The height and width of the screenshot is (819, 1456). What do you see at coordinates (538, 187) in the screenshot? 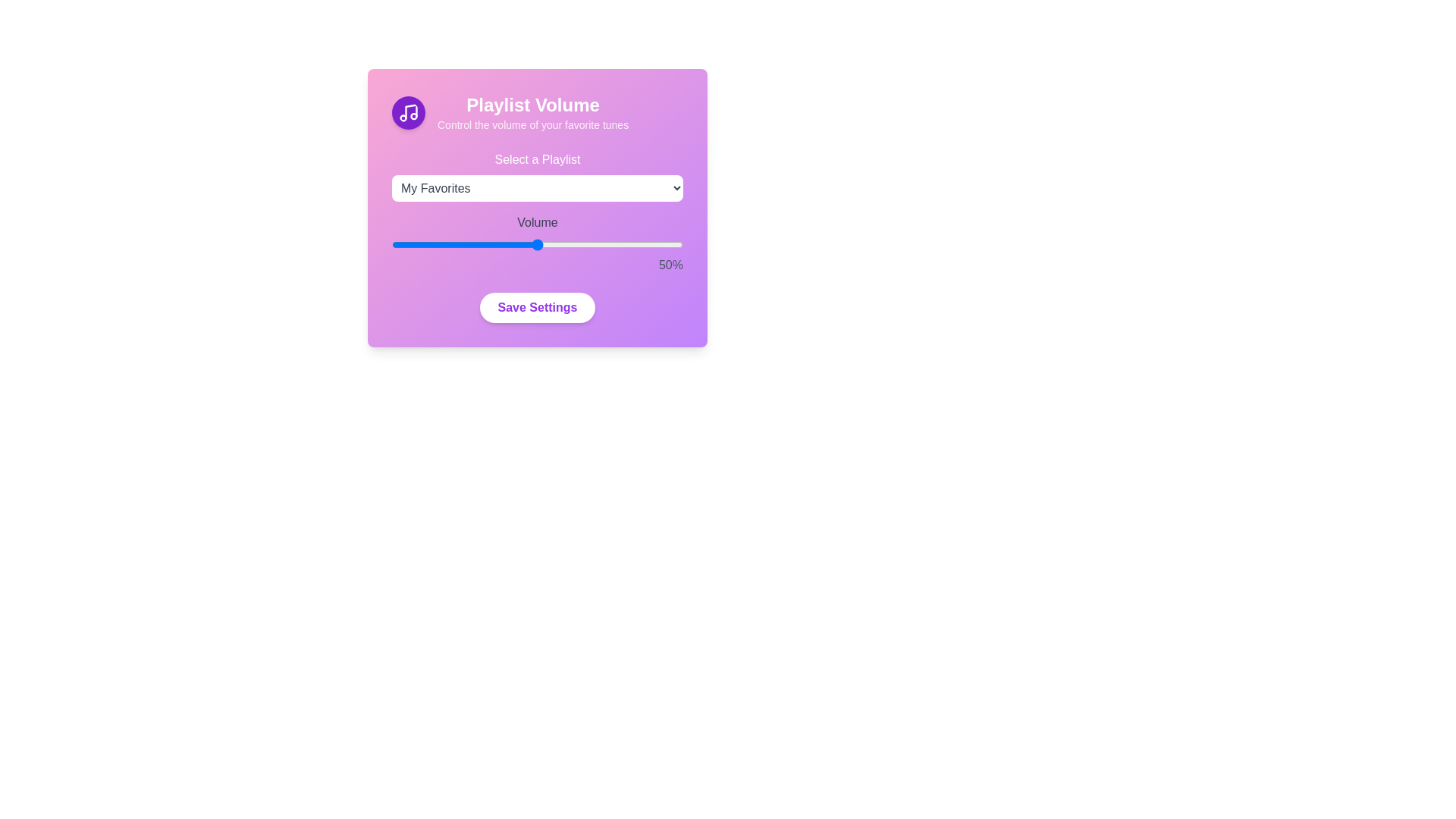
I see `the playlist My Favorites from the dropdown menu` at bounding box center [538, 187].